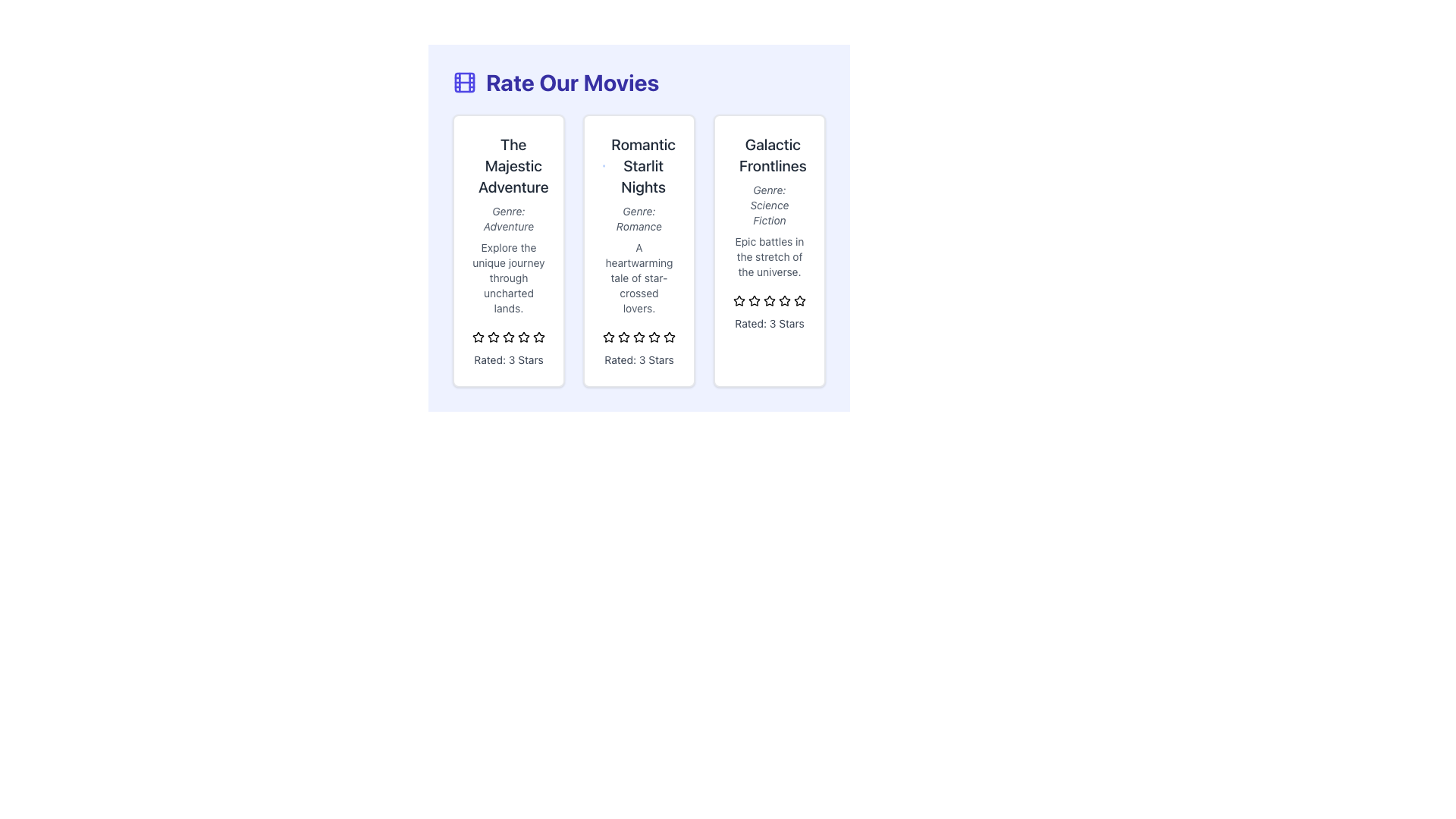  What do you see at coordinates (785, 301) in the screenshot?
I see `the sixth star-shaped rating icon with a gray outline under the 'Galactic Frontlines' section` at bounding box center [785, 301].